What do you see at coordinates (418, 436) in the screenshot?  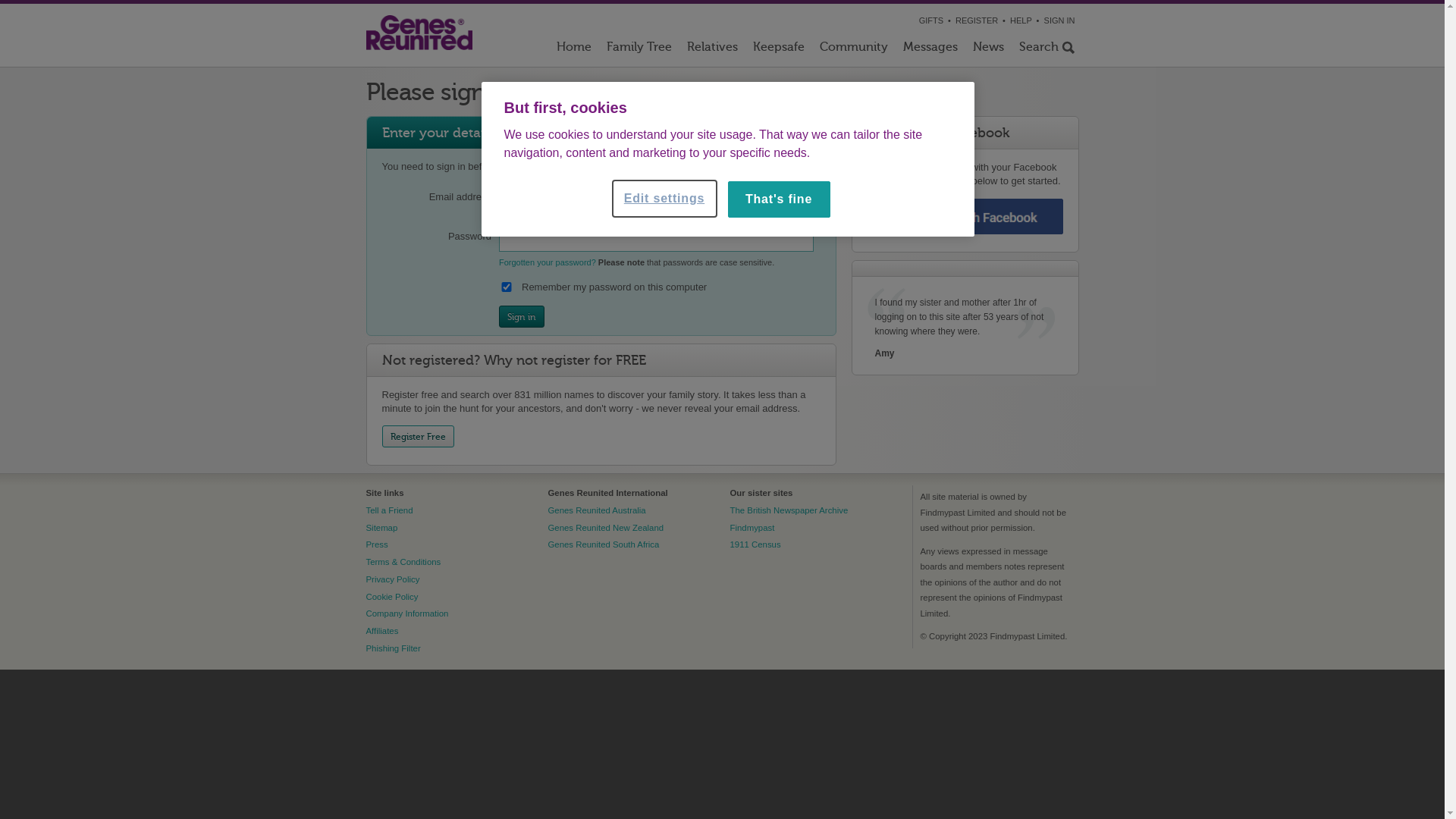 I see `'Register Free'` at bounding box center [418, 436].